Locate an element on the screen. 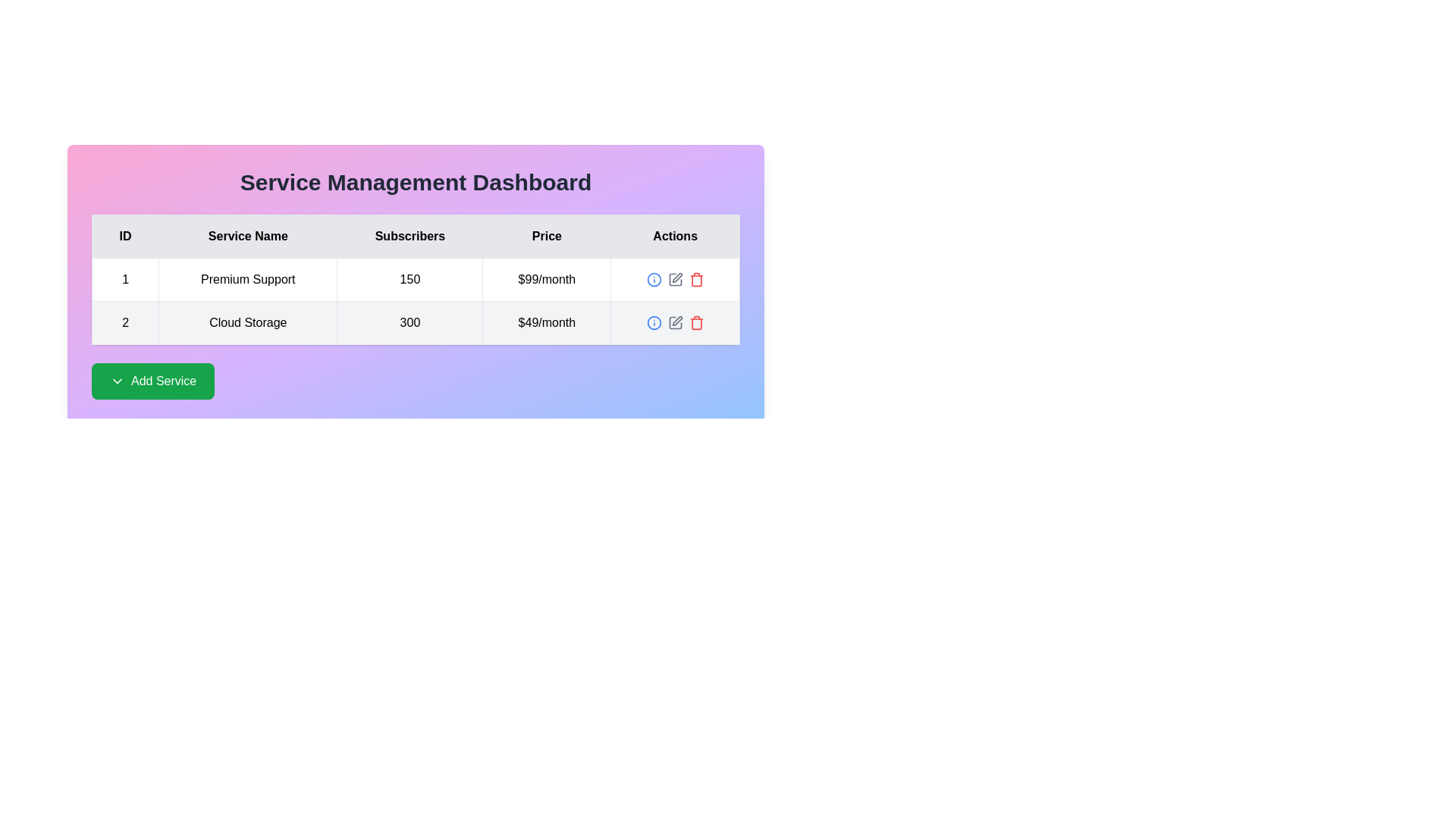 This screenshot has width=1456, height=819. the static text display showing '150', which is located in the third column of the first row under the 'Subscribers' header, aligned with the 'Premium Support' row is located at coordinates (409, 280).